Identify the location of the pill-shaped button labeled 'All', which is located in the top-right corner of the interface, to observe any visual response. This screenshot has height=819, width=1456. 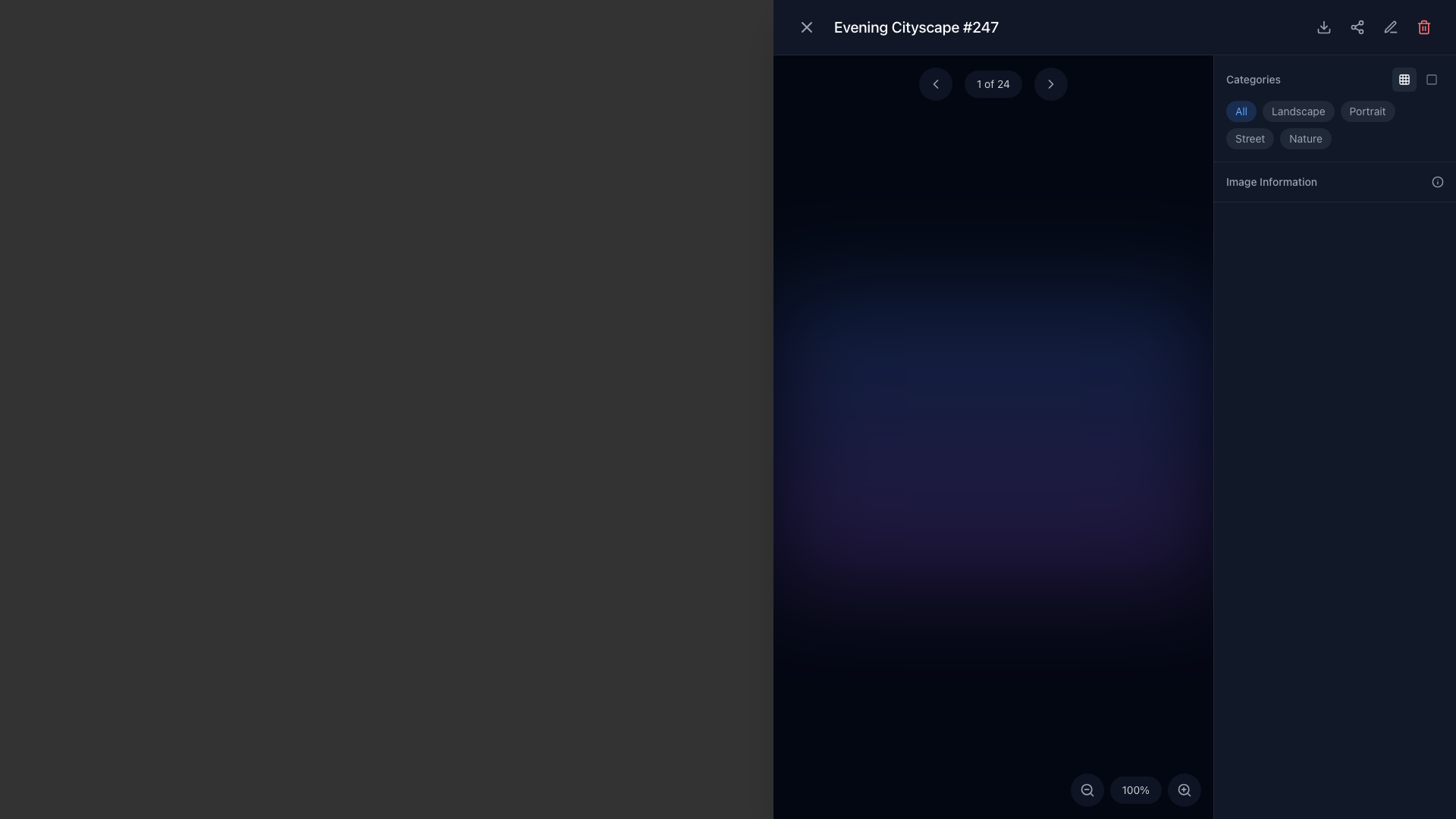
(1241, 110).